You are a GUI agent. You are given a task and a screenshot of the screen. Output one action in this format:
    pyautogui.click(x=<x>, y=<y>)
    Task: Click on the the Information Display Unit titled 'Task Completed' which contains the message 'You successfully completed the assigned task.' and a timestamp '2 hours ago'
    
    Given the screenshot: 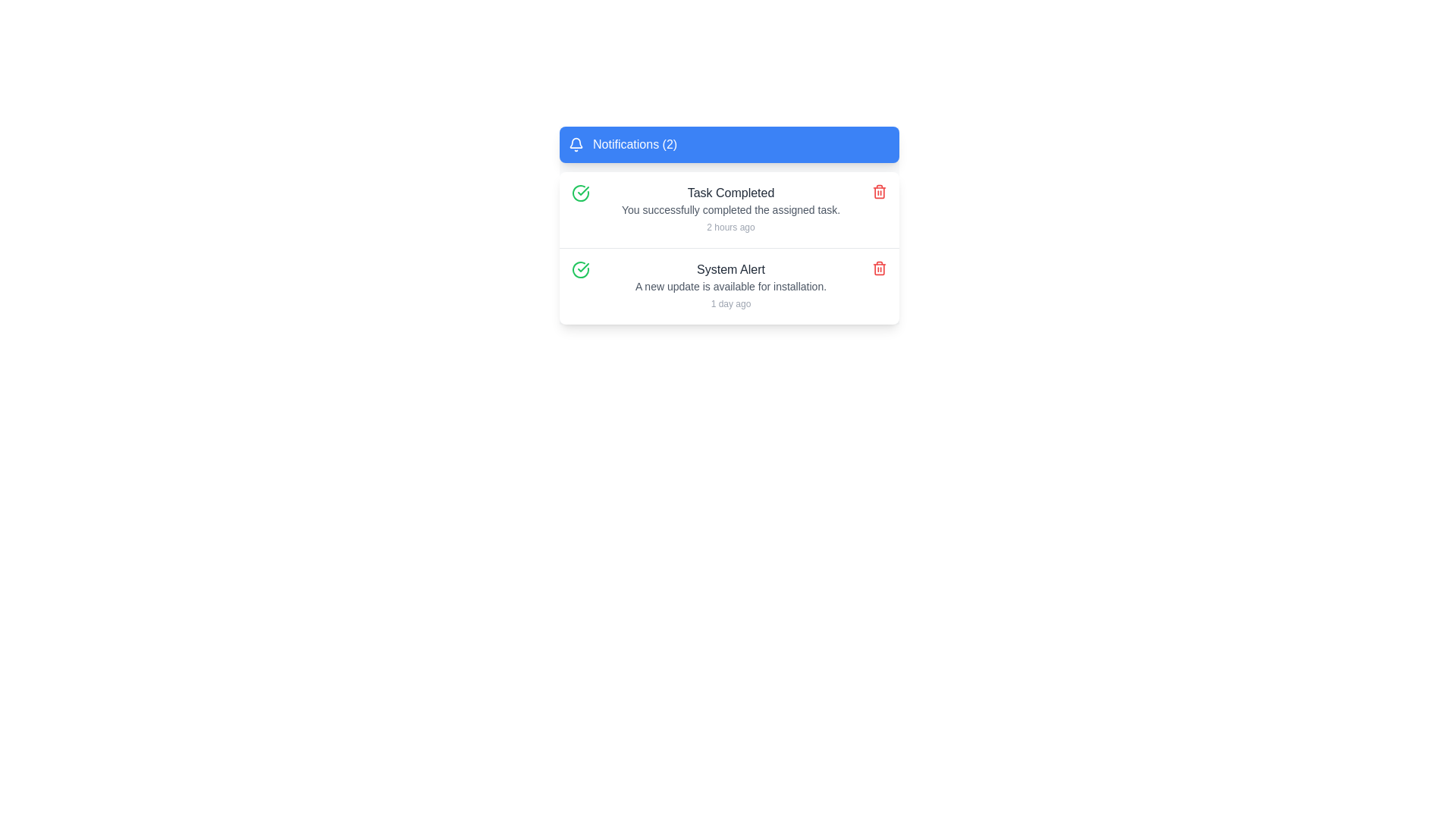 What is the action you would take?
    pyautogui.click(x=731, y=210)
    